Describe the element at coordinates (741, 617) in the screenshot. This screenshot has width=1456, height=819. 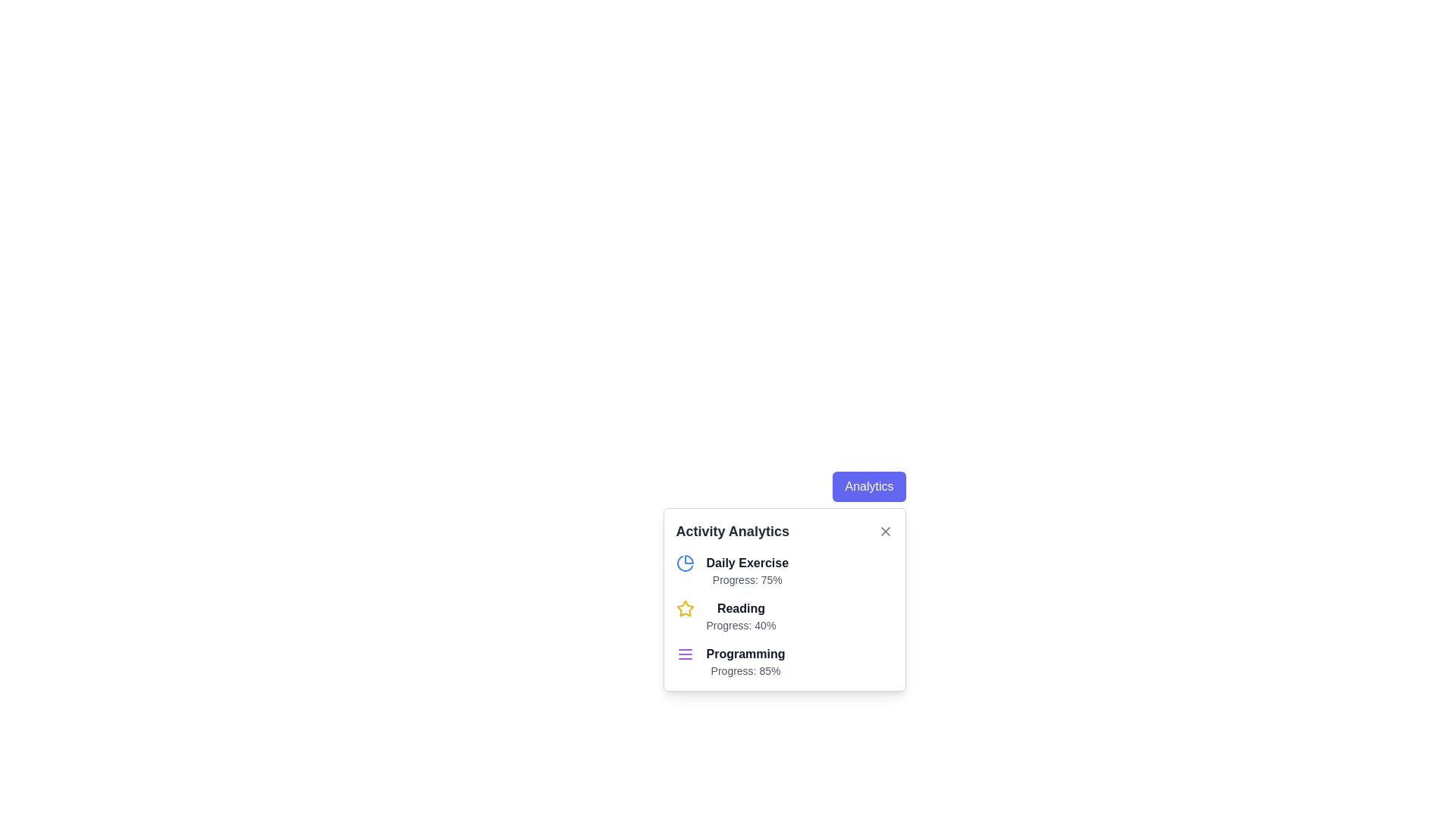
I see `the text display element that shows 'Reading' and 'Progress: 40%' within the 'Activity Analytics' card, positioned between 'Daily Exercise' and 'Programming'` at that location.